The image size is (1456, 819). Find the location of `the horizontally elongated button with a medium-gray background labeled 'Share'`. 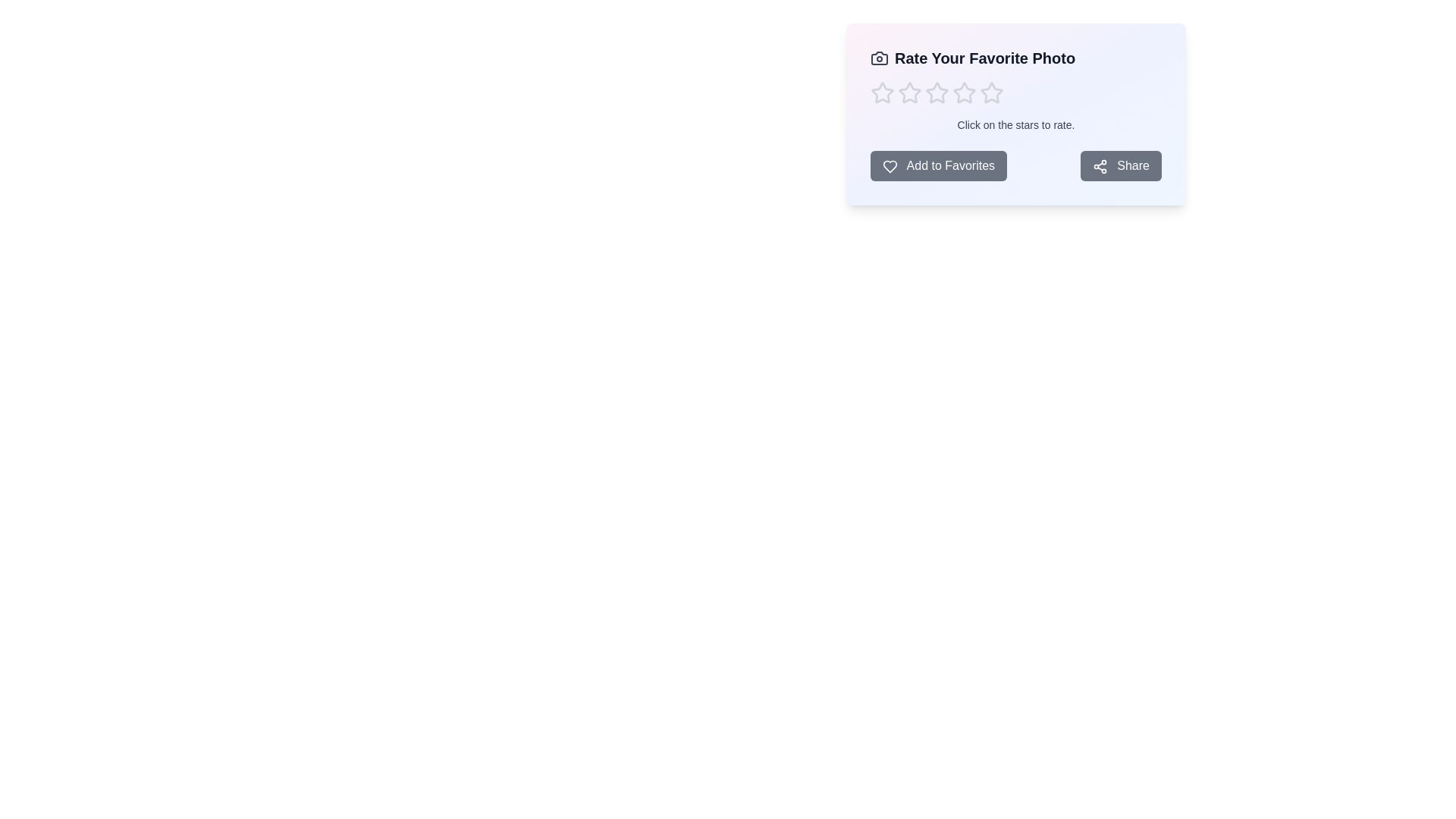

the horizontally elongated button with a medium-gray background labeled 'Share' is located at coordinates (1121, 166).